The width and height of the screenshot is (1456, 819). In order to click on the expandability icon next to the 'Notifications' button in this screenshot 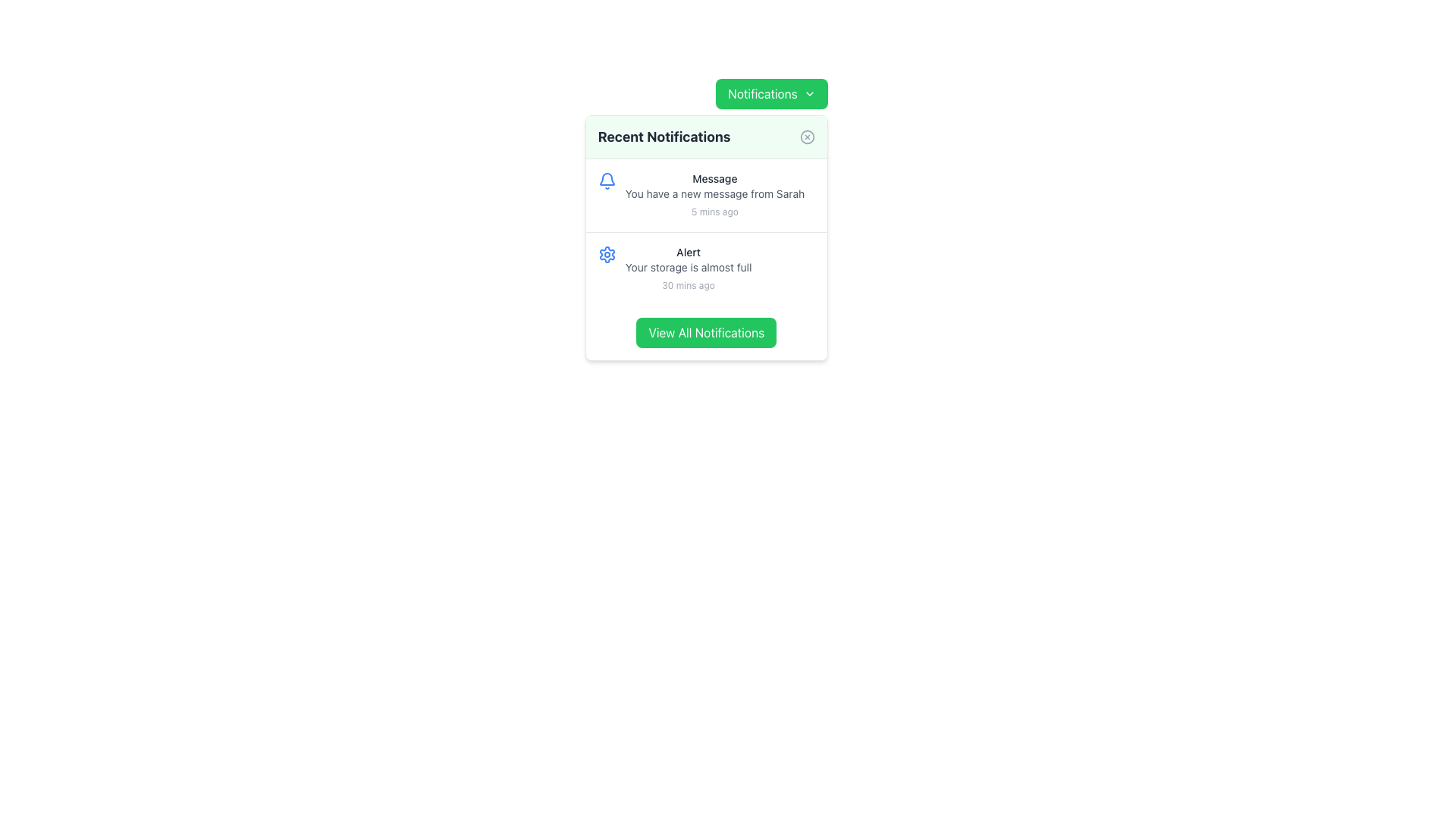, I will do `click(808, 93)`.